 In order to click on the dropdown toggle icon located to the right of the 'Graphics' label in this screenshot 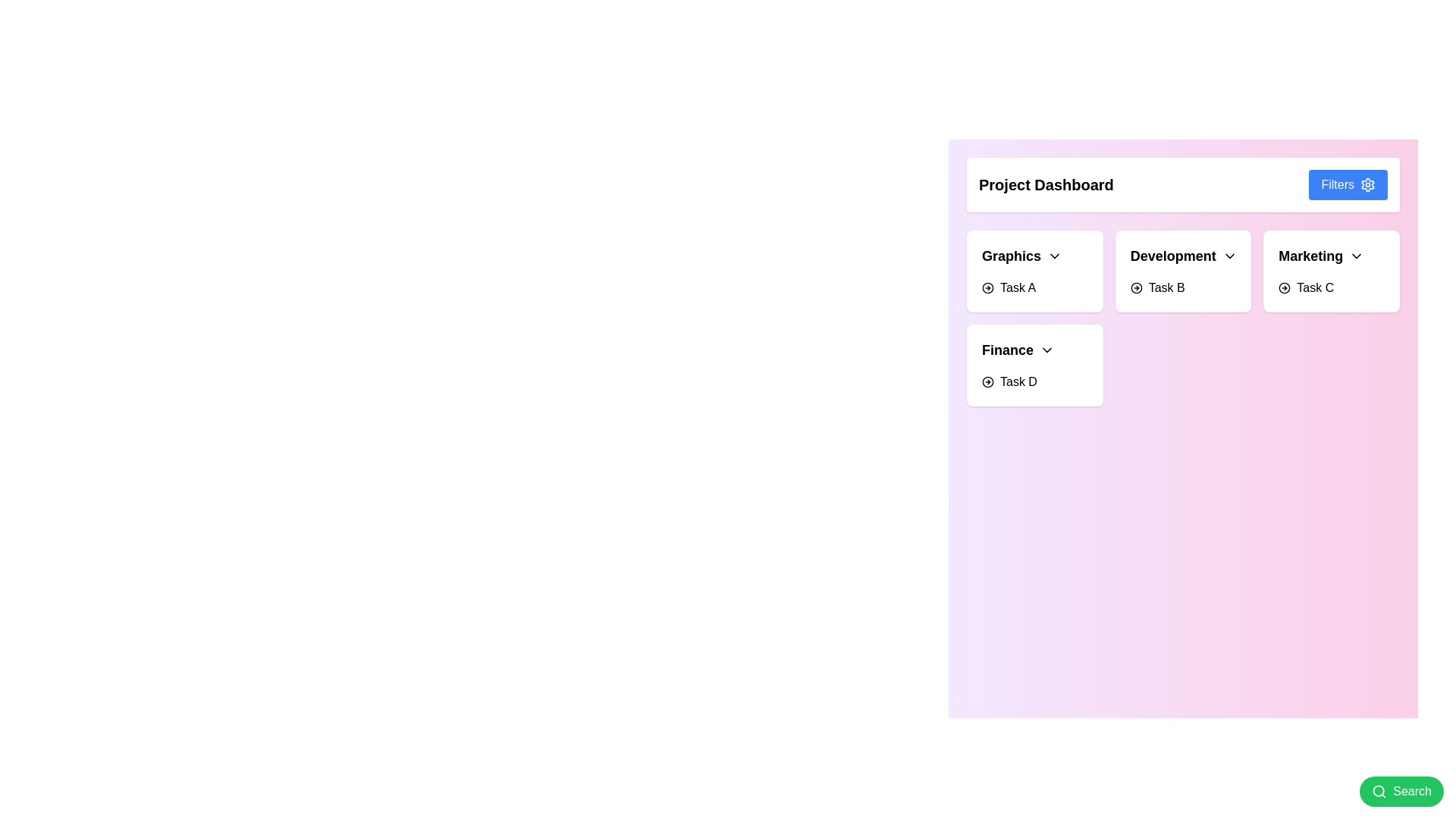, I will do `click(1054, 256)`.